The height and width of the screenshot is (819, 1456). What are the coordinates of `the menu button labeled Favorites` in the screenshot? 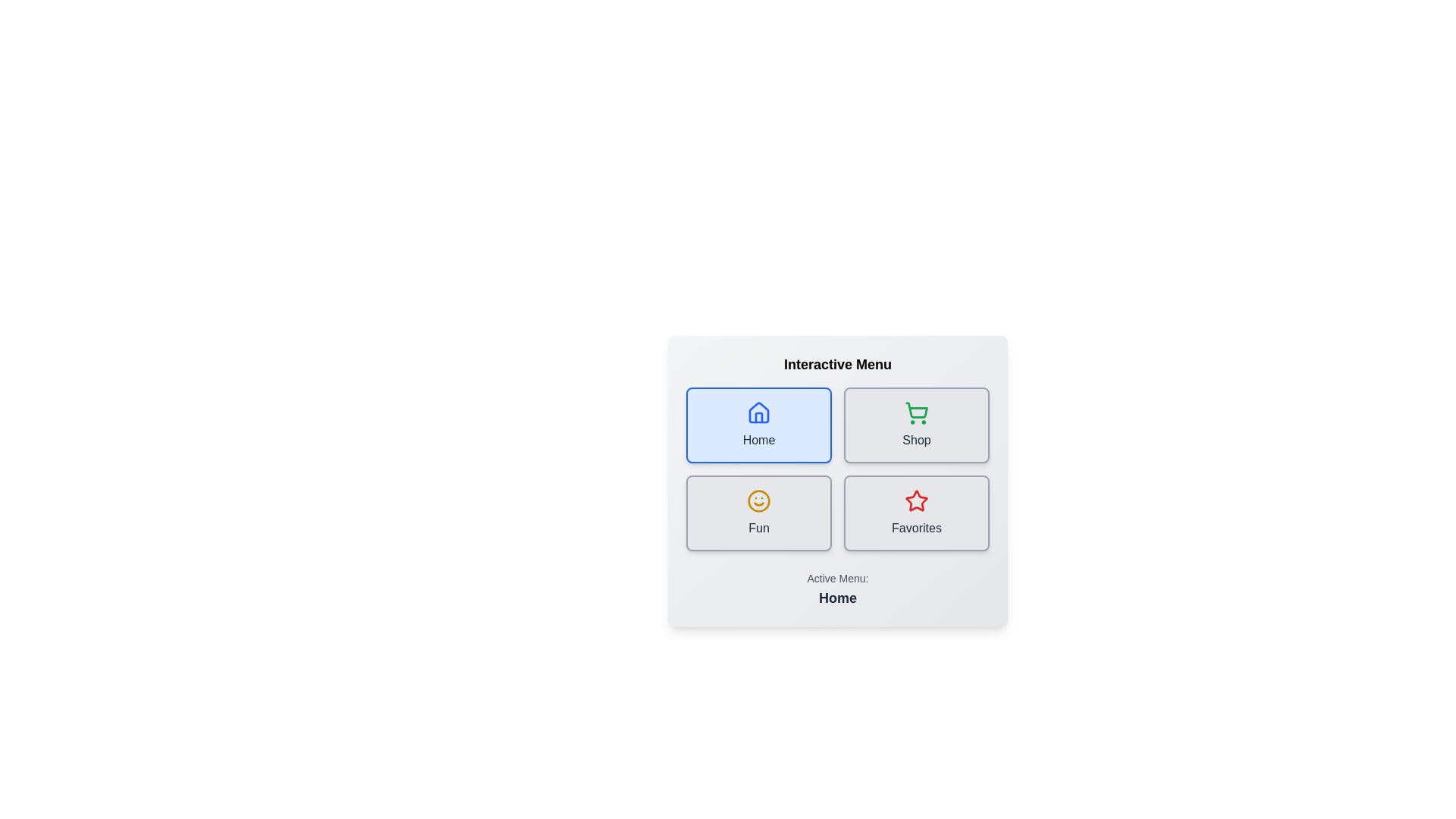 It's located at (916, 513).